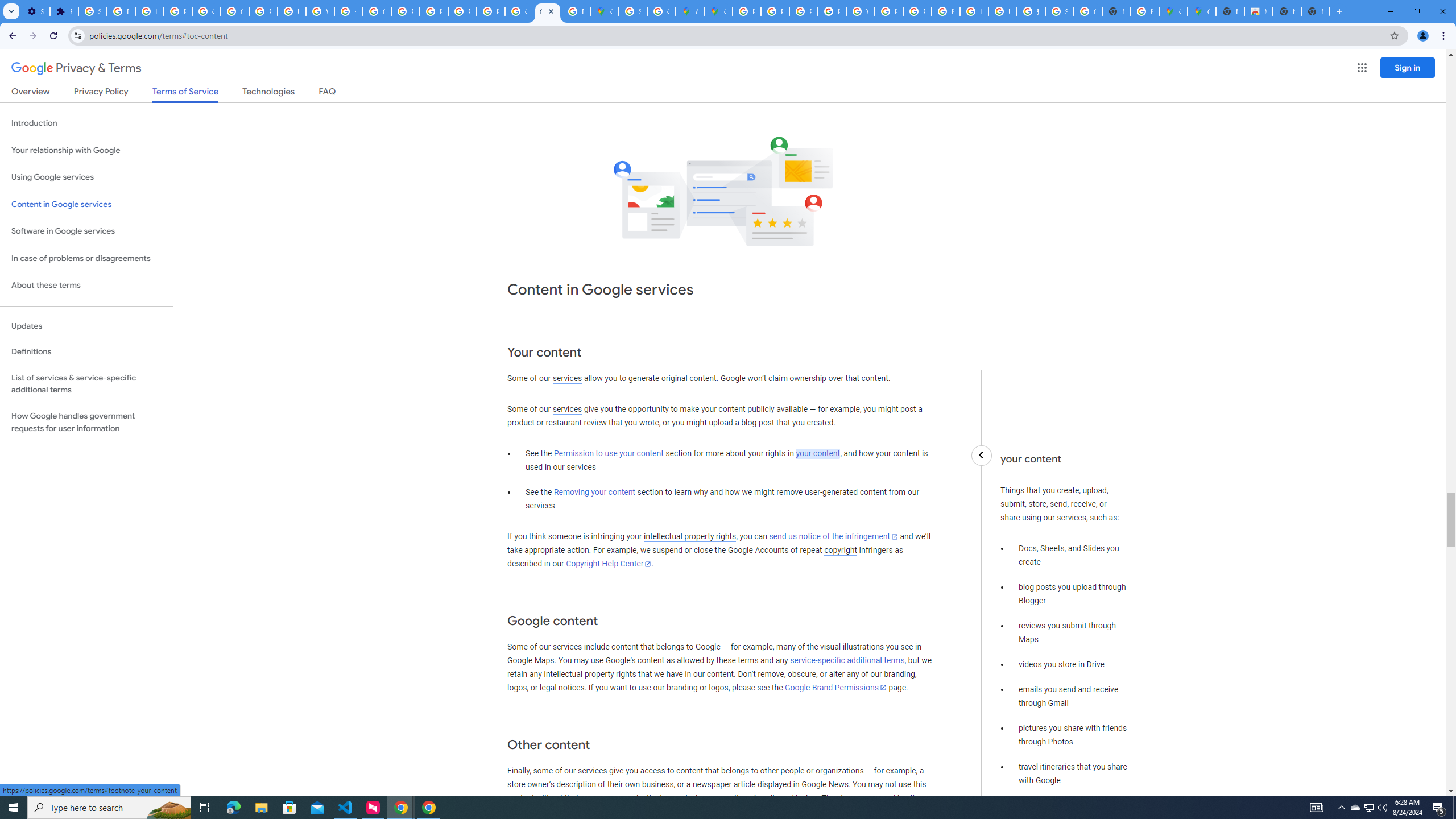 The image size is (1456, 819). Describe the element at coordinates (609, 564) in the screenshot. I see `'Copyright Help Center'` at that location.